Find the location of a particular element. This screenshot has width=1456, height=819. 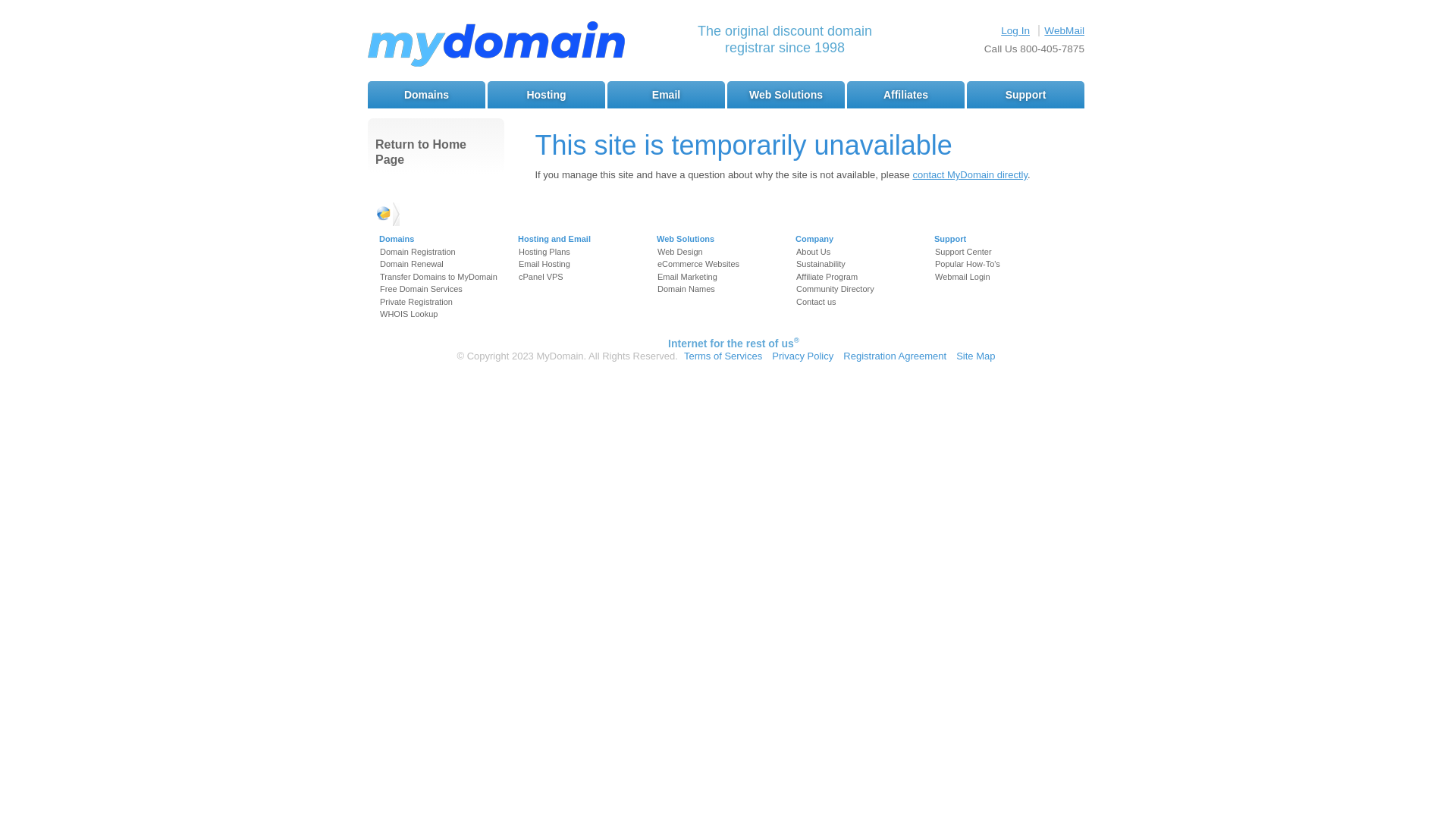

'Support' is located at coordinates (1025, 94).